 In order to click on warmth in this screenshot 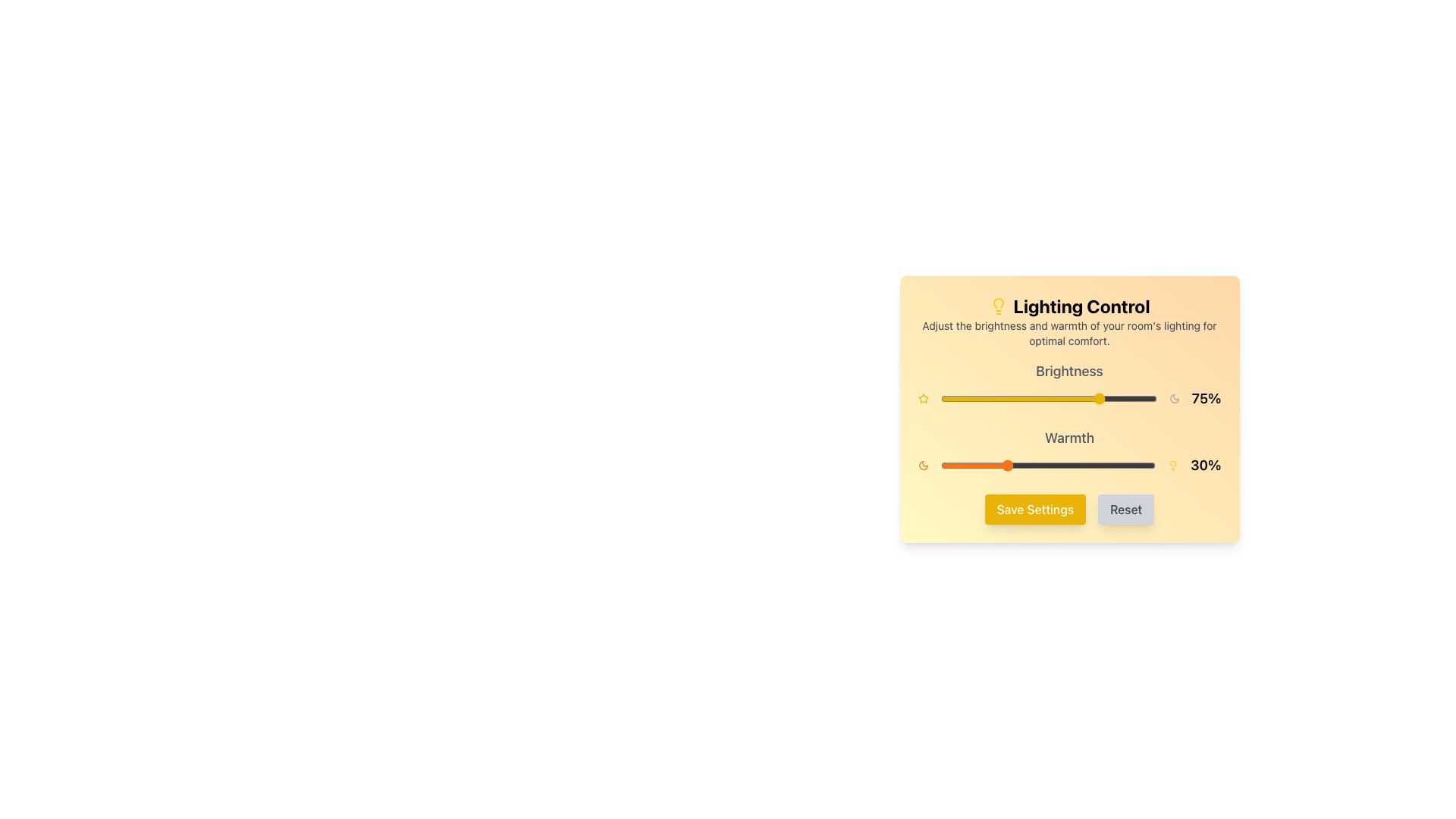, I will do `click(1065, 464)`.